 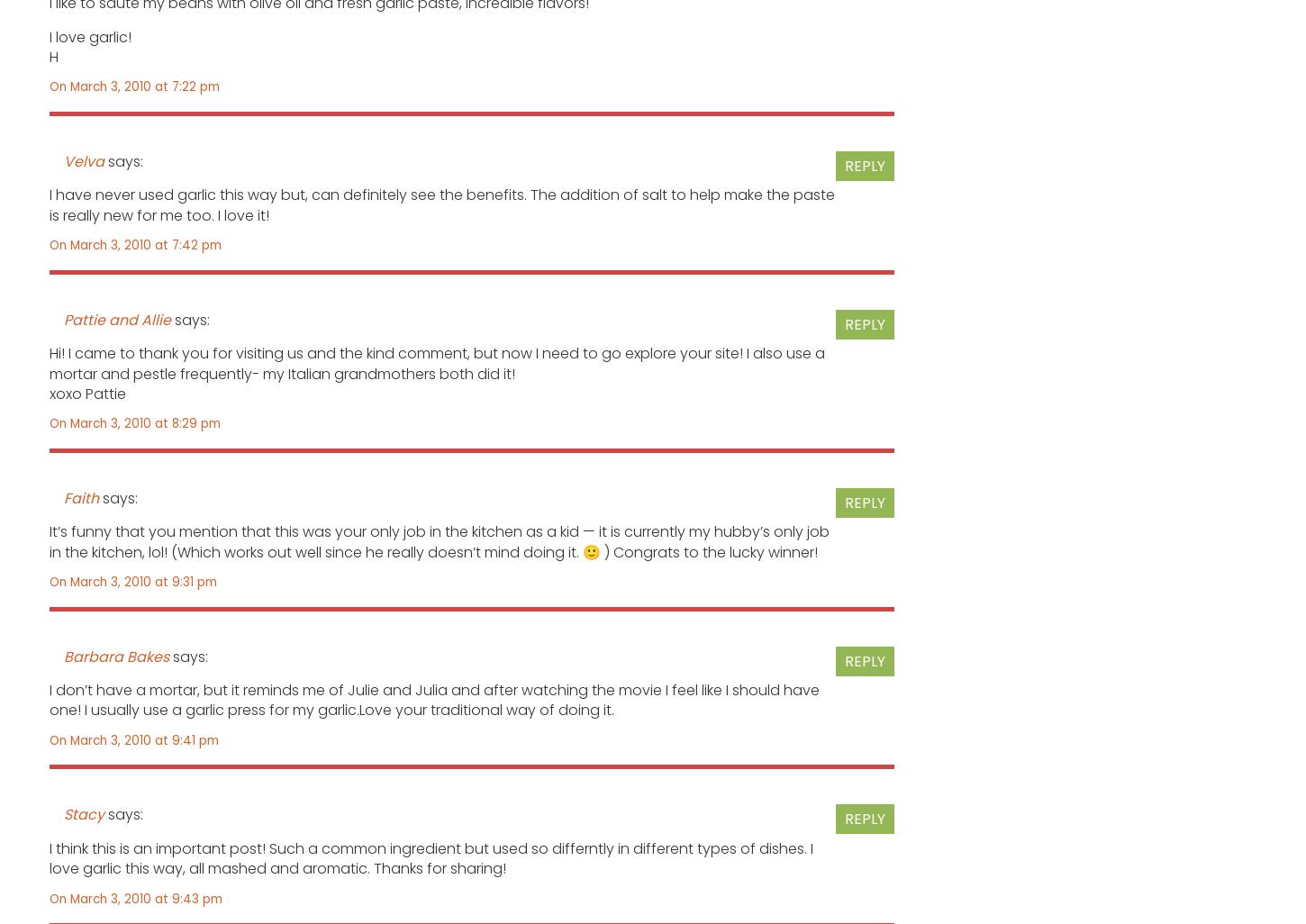 I want to click on 'I love garlic!', so click(x=90, y=36).